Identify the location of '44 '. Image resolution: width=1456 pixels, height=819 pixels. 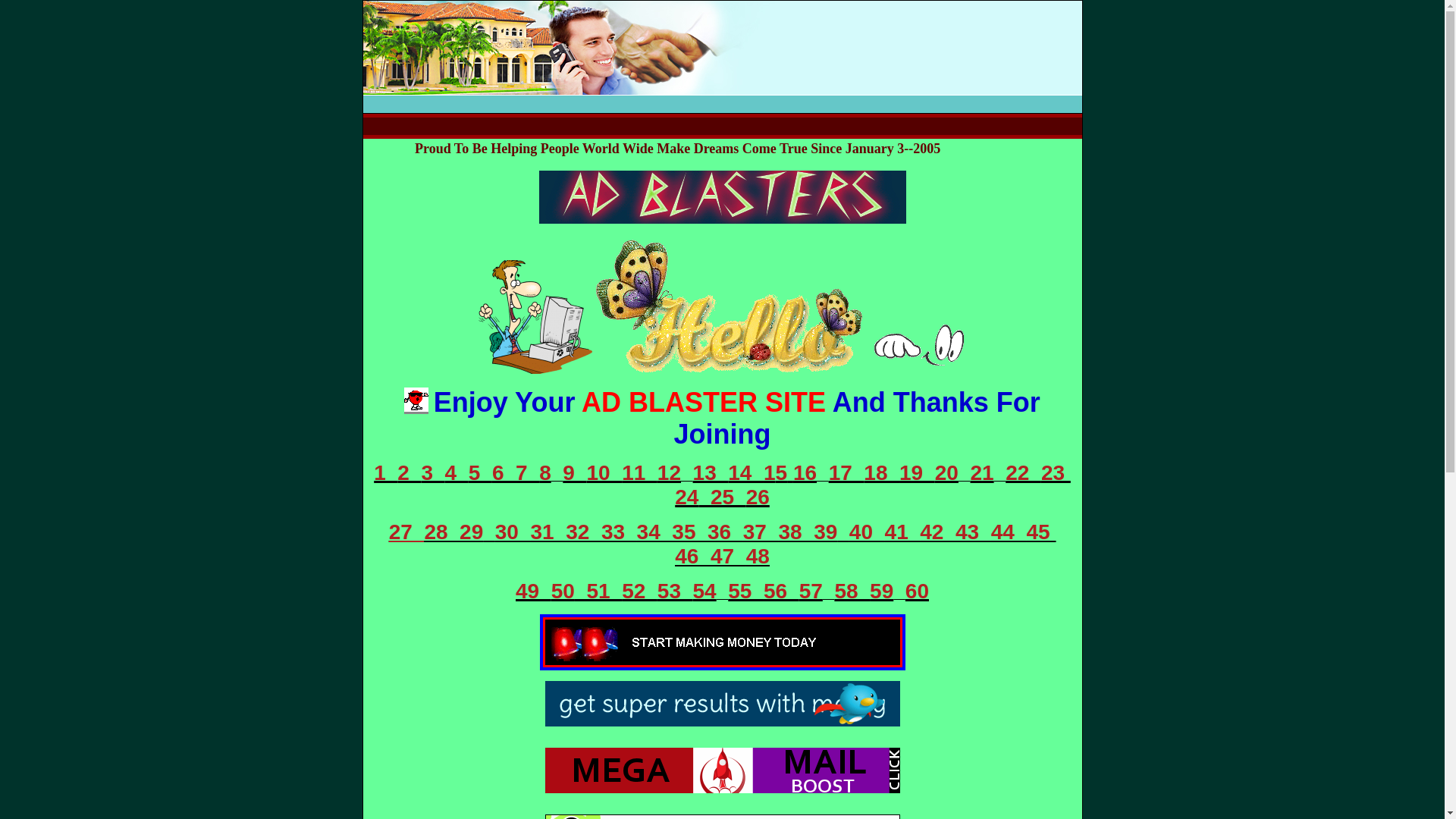
(1009, 531).